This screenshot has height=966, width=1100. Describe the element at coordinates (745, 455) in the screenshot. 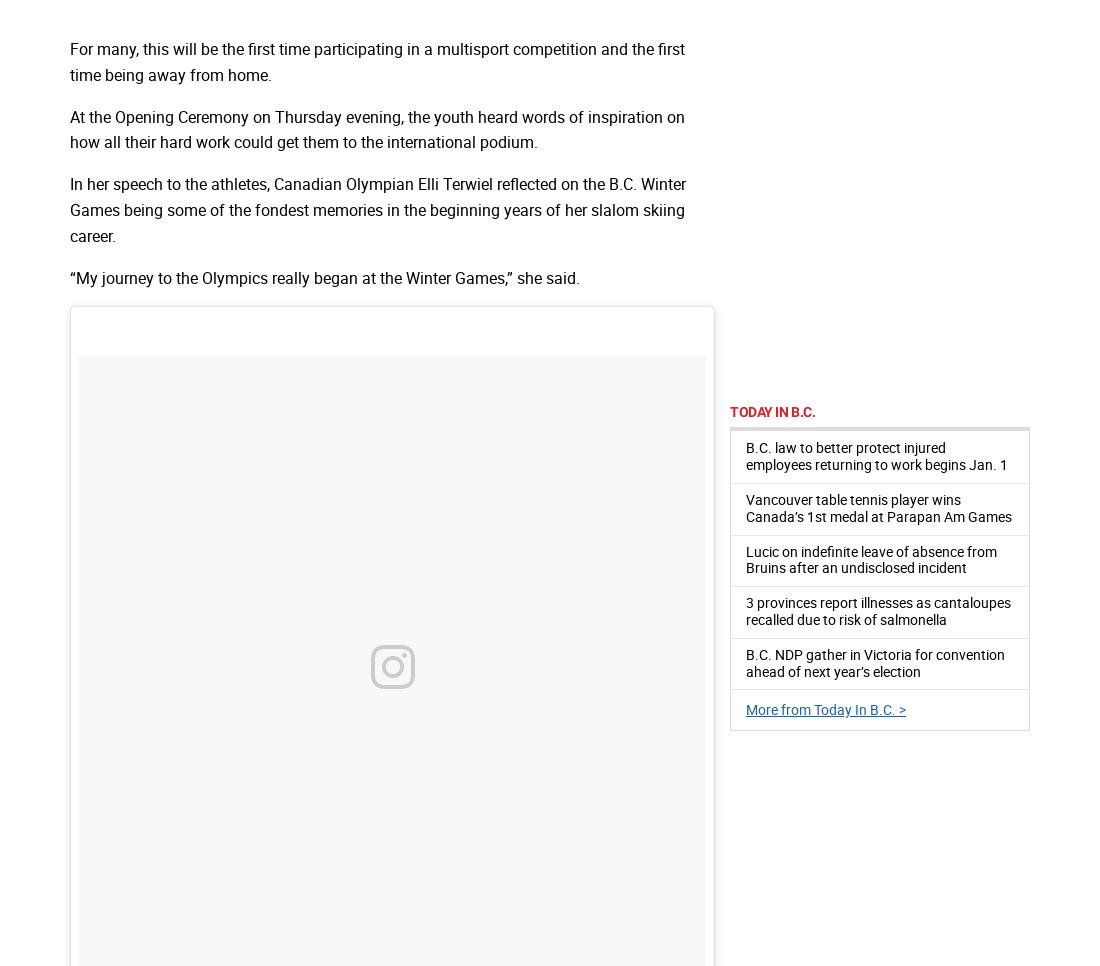

I see `'B.C. law to better protect injured employees returning to work begins Jan. 1'` at that location.